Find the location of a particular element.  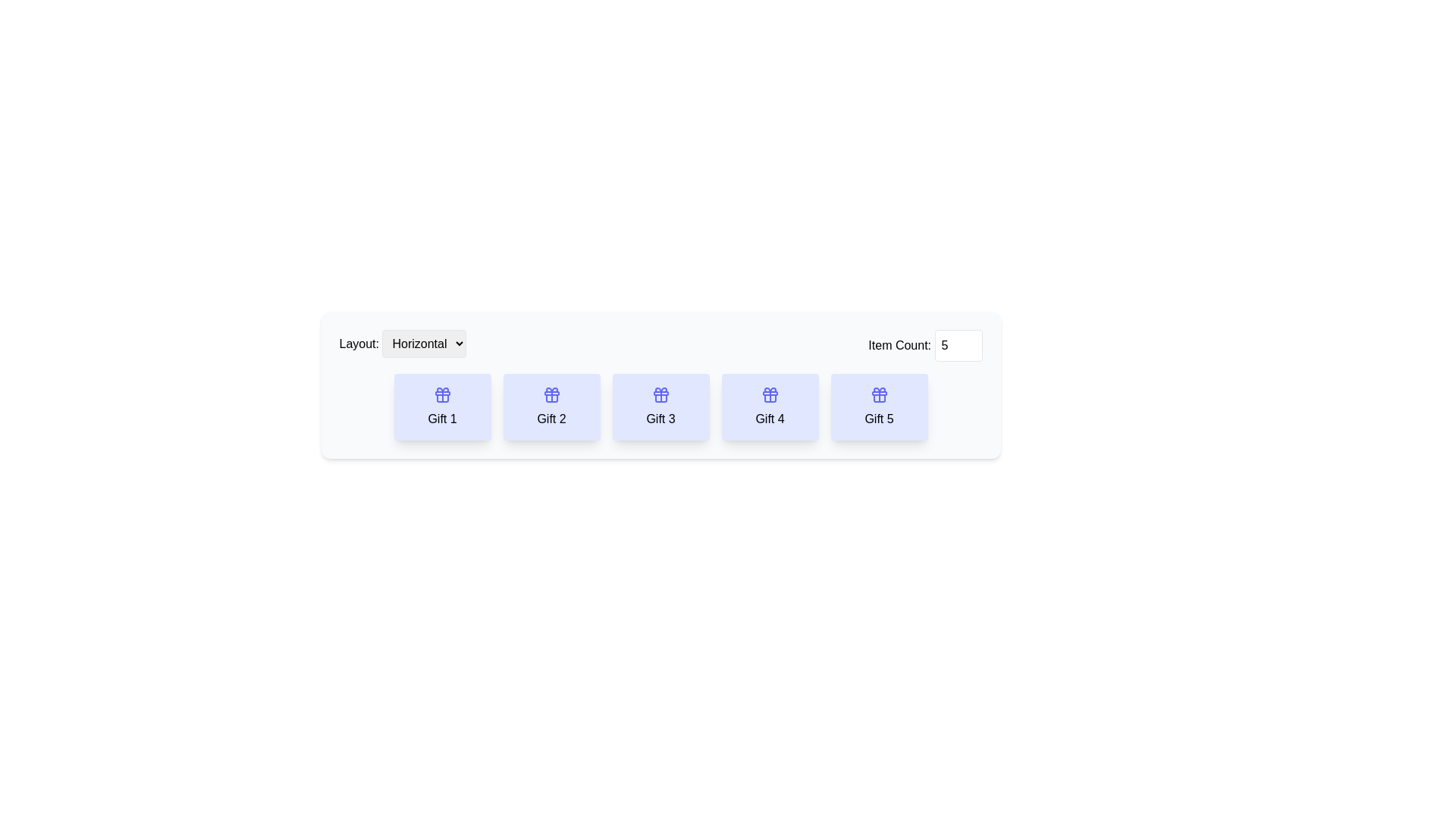

the Decorative Shape that is a rectangular component with rounded corners located within a gift box icon, positioned towards the upper central part of the icon is located at coordinates (441, 393).